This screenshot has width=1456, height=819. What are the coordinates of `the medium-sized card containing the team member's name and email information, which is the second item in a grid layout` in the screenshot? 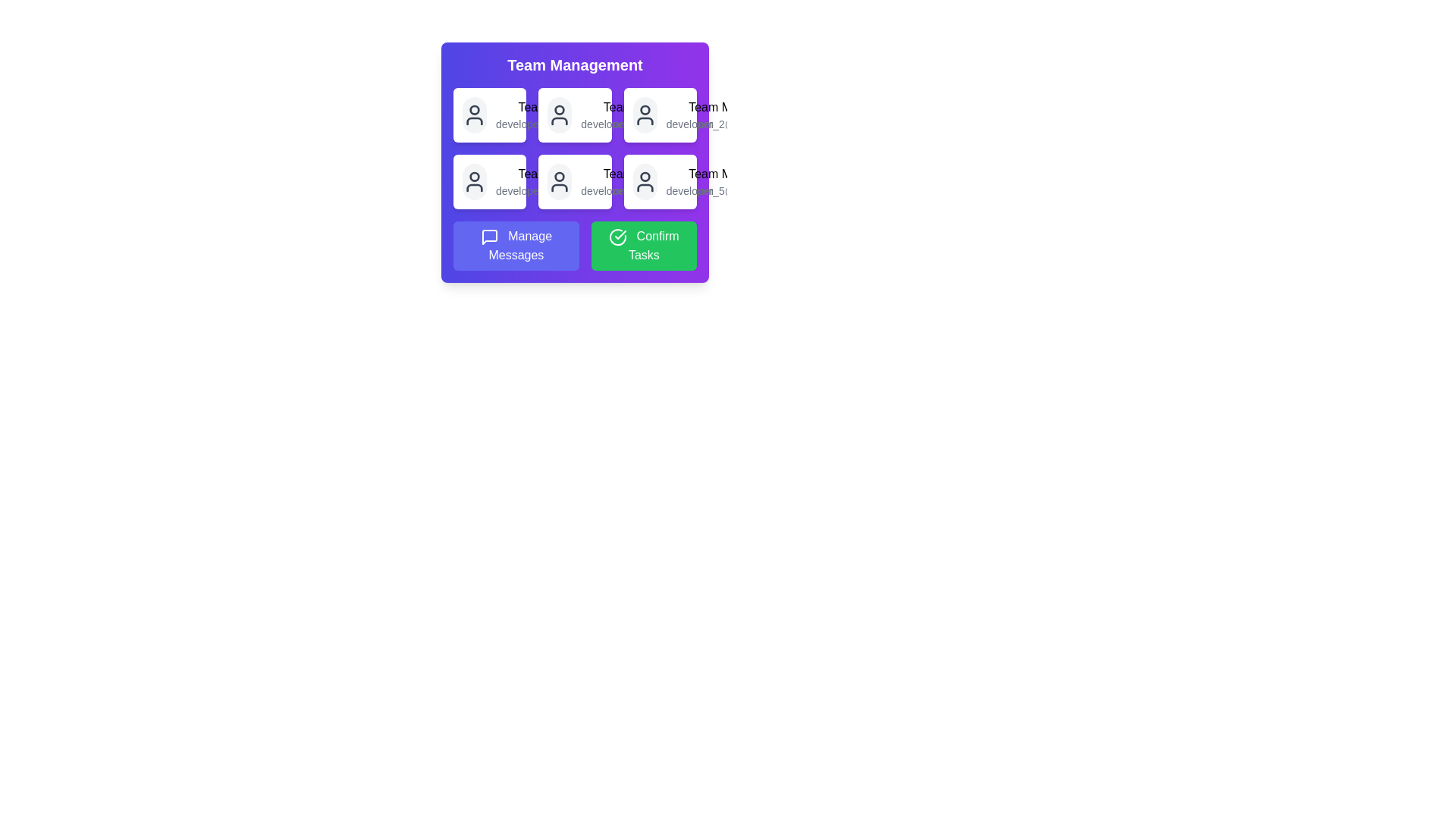 It's located at (574, 114).